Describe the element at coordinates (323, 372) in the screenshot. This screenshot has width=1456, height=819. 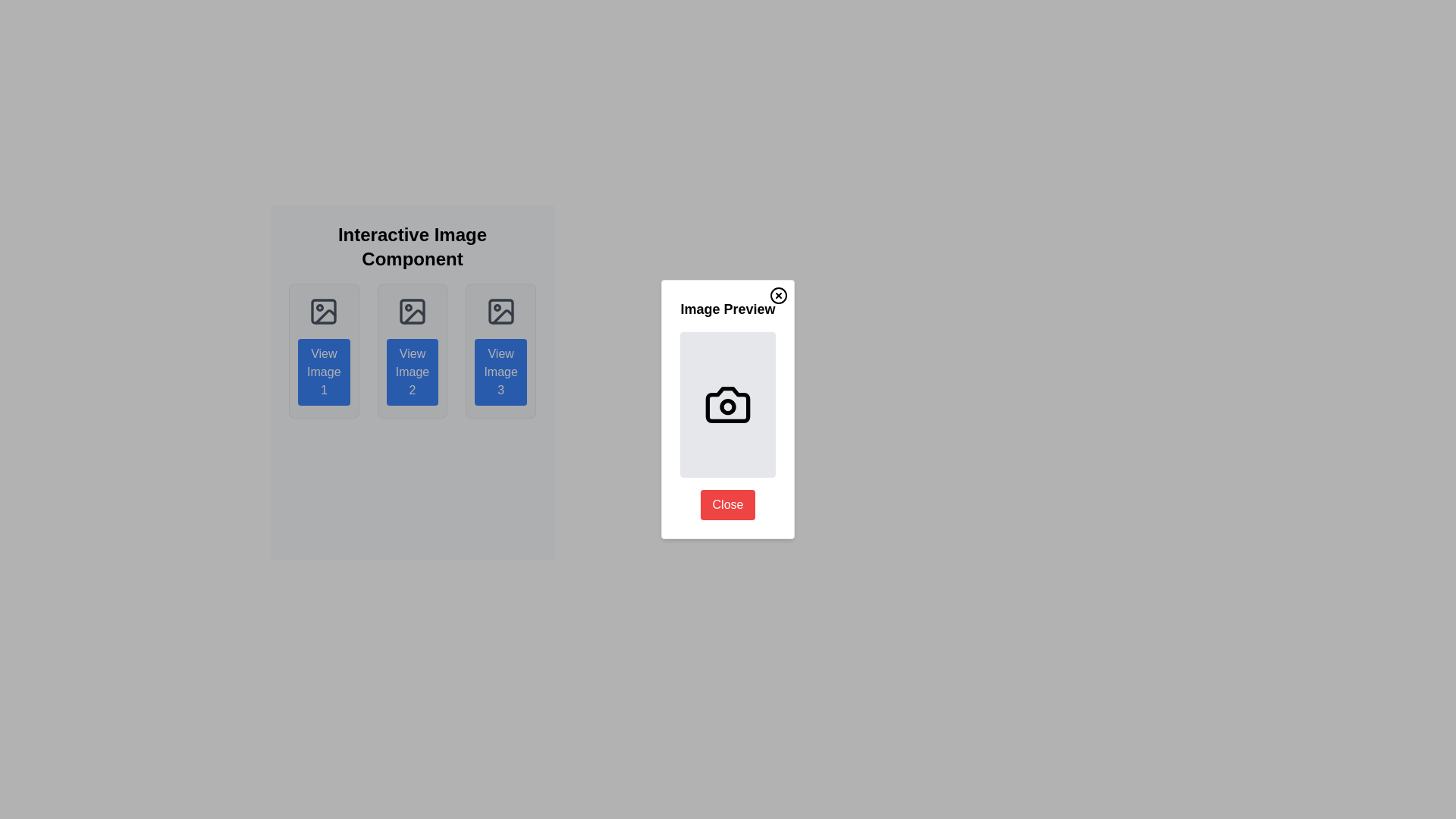
I see `the 'View Image 1' button, a blue rectangular button with white text and rounded corners` at that location.